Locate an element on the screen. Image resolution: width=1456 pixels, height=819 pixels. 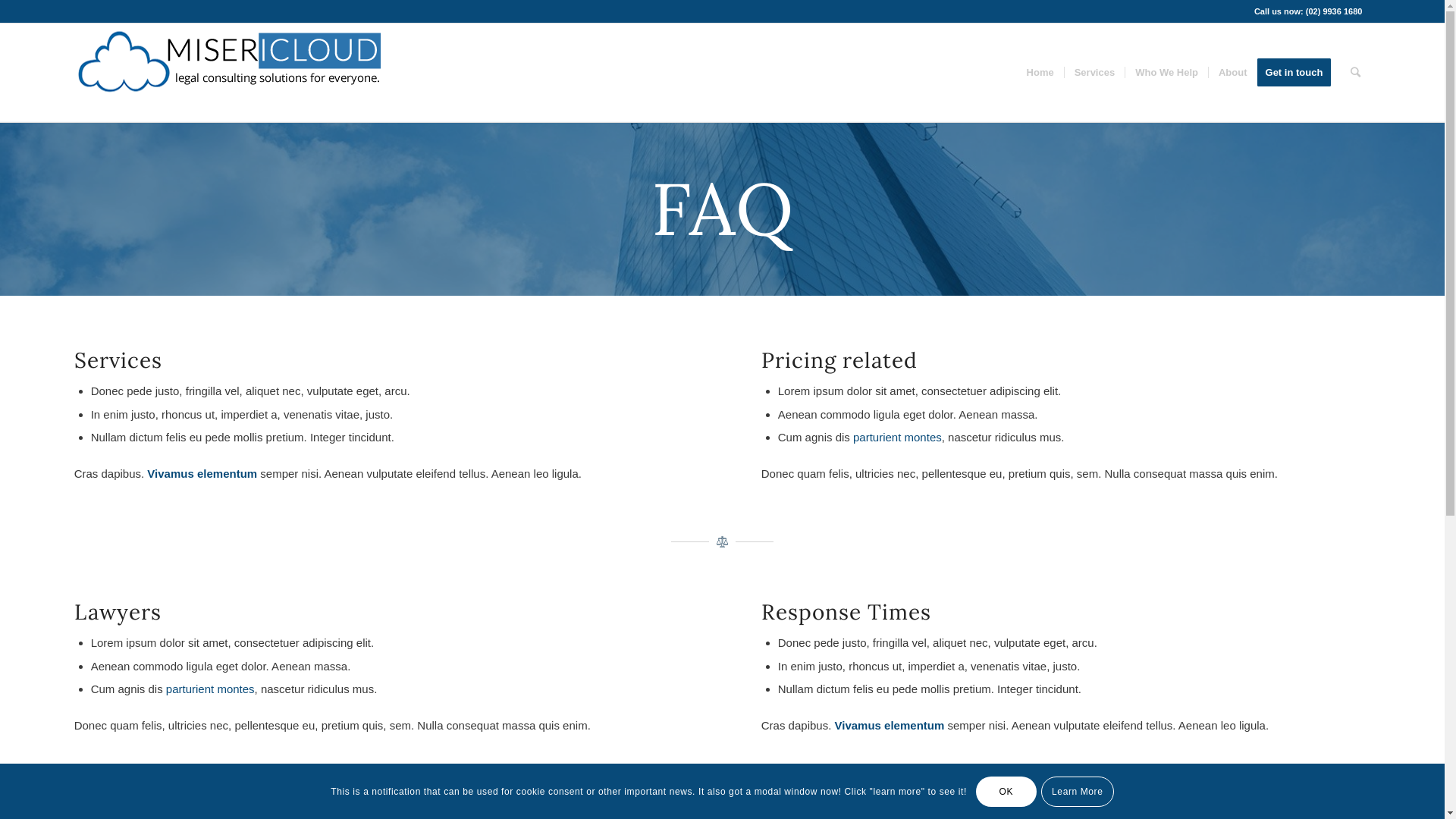
'Home' is located at coordinates (1040, 73).